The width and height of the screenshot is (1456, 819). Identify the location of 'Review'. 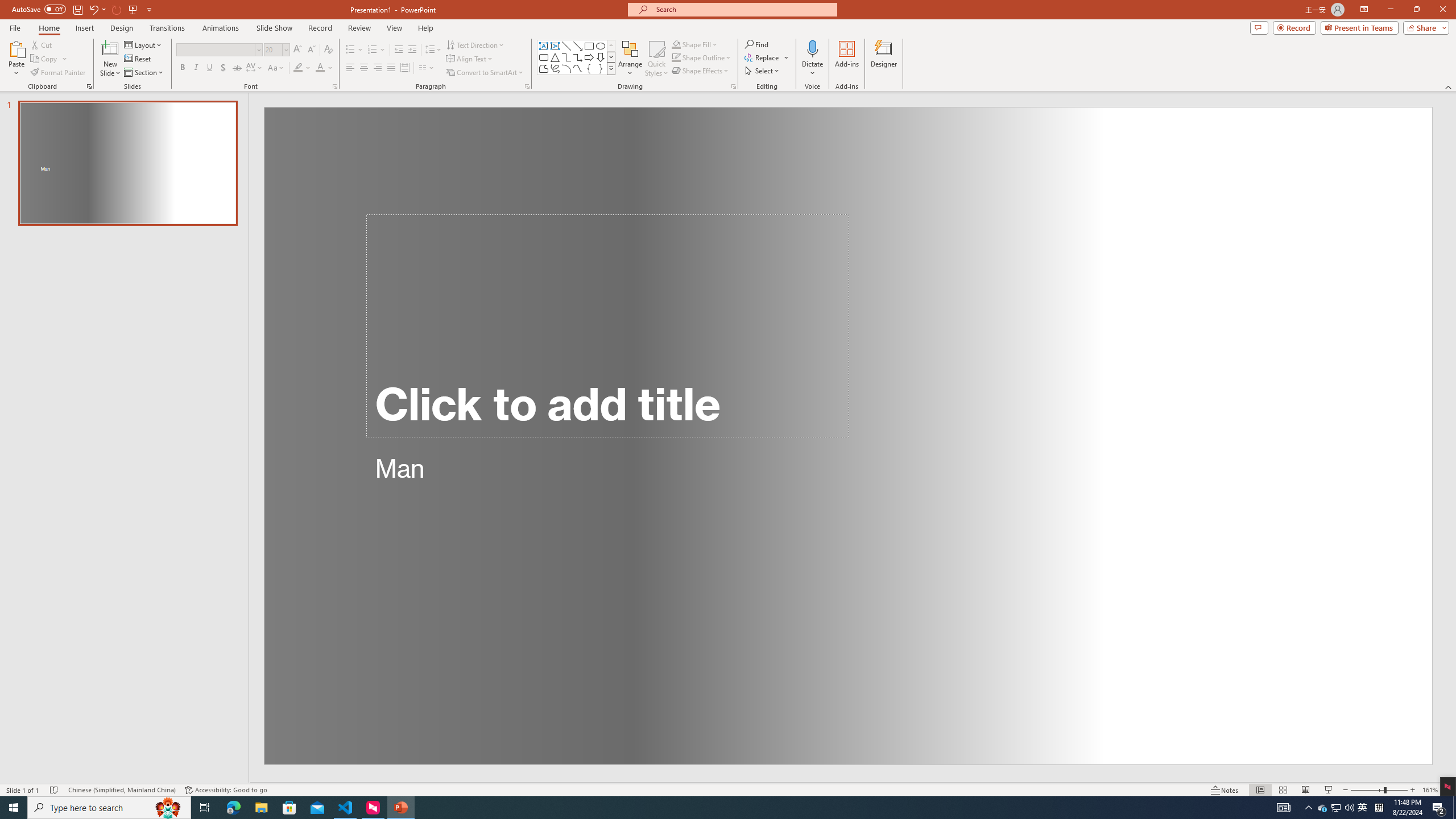
(359, 28).